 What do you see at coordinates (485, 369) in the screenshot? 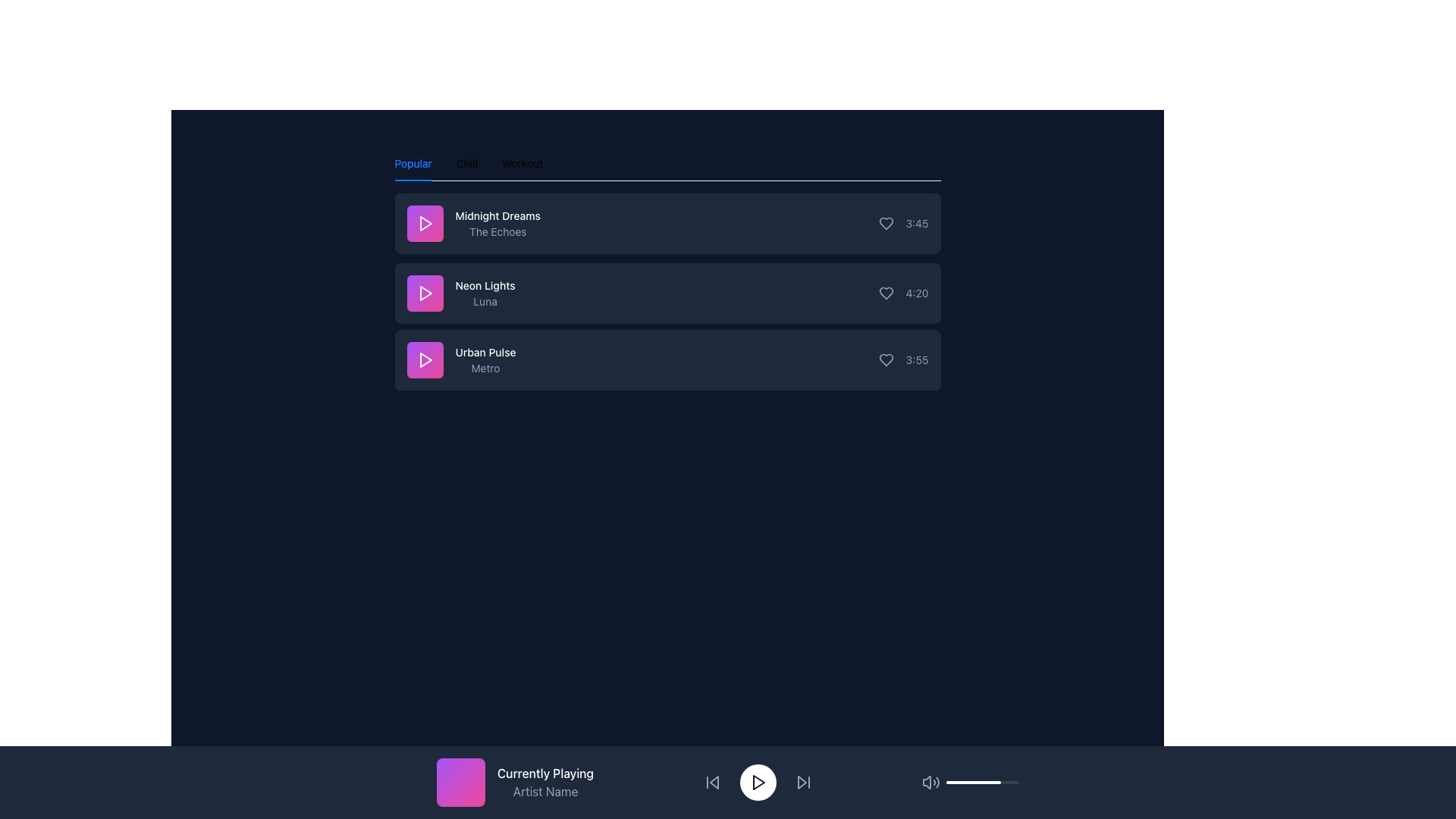
I see `the descriptive text label located directly beneath the 'Urban Pulse' item in the third row of the vertically stacked list` at bounding box center [485, 369].